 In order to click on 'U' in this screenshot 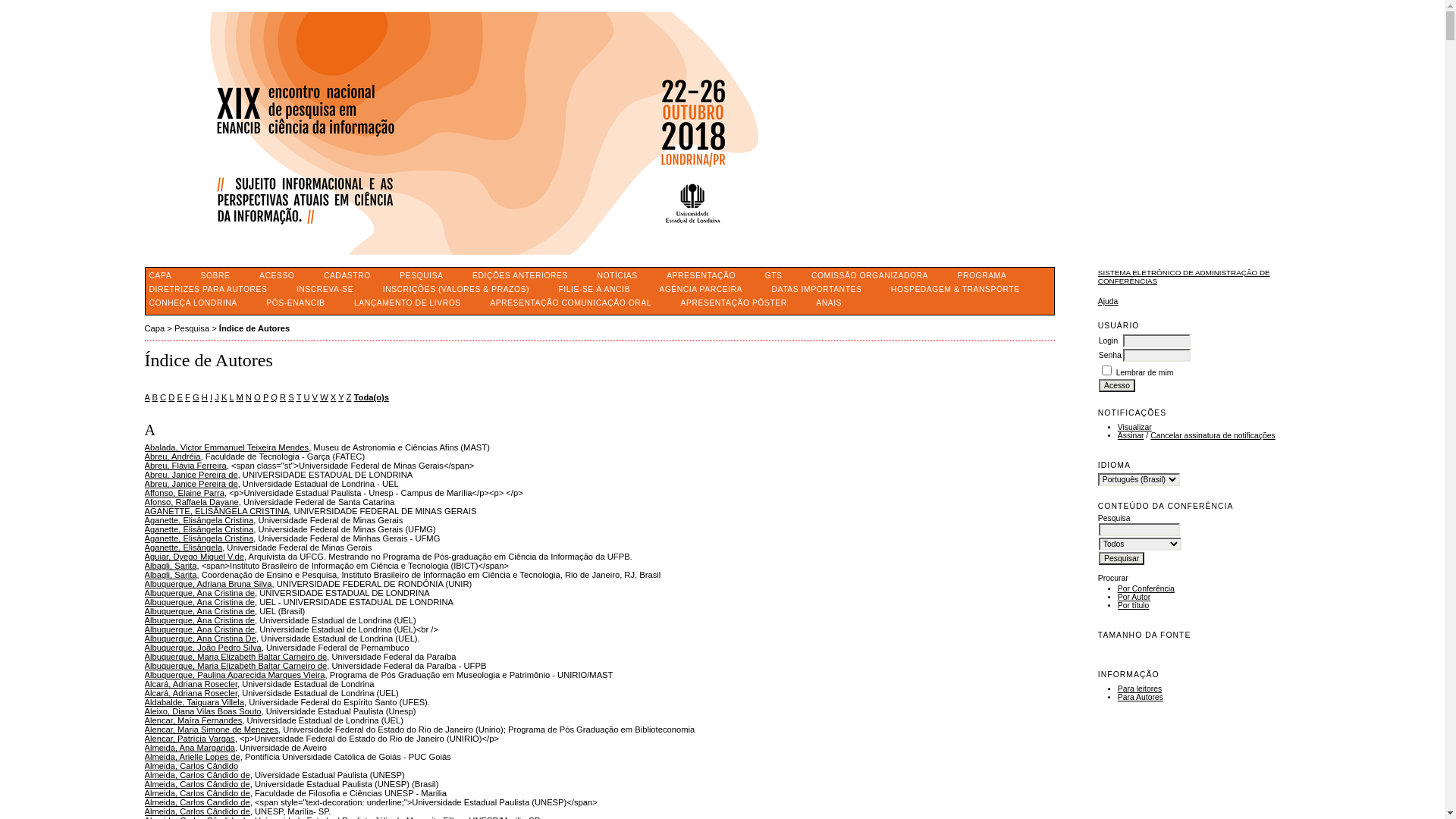, I will do `click(305, 397)`.